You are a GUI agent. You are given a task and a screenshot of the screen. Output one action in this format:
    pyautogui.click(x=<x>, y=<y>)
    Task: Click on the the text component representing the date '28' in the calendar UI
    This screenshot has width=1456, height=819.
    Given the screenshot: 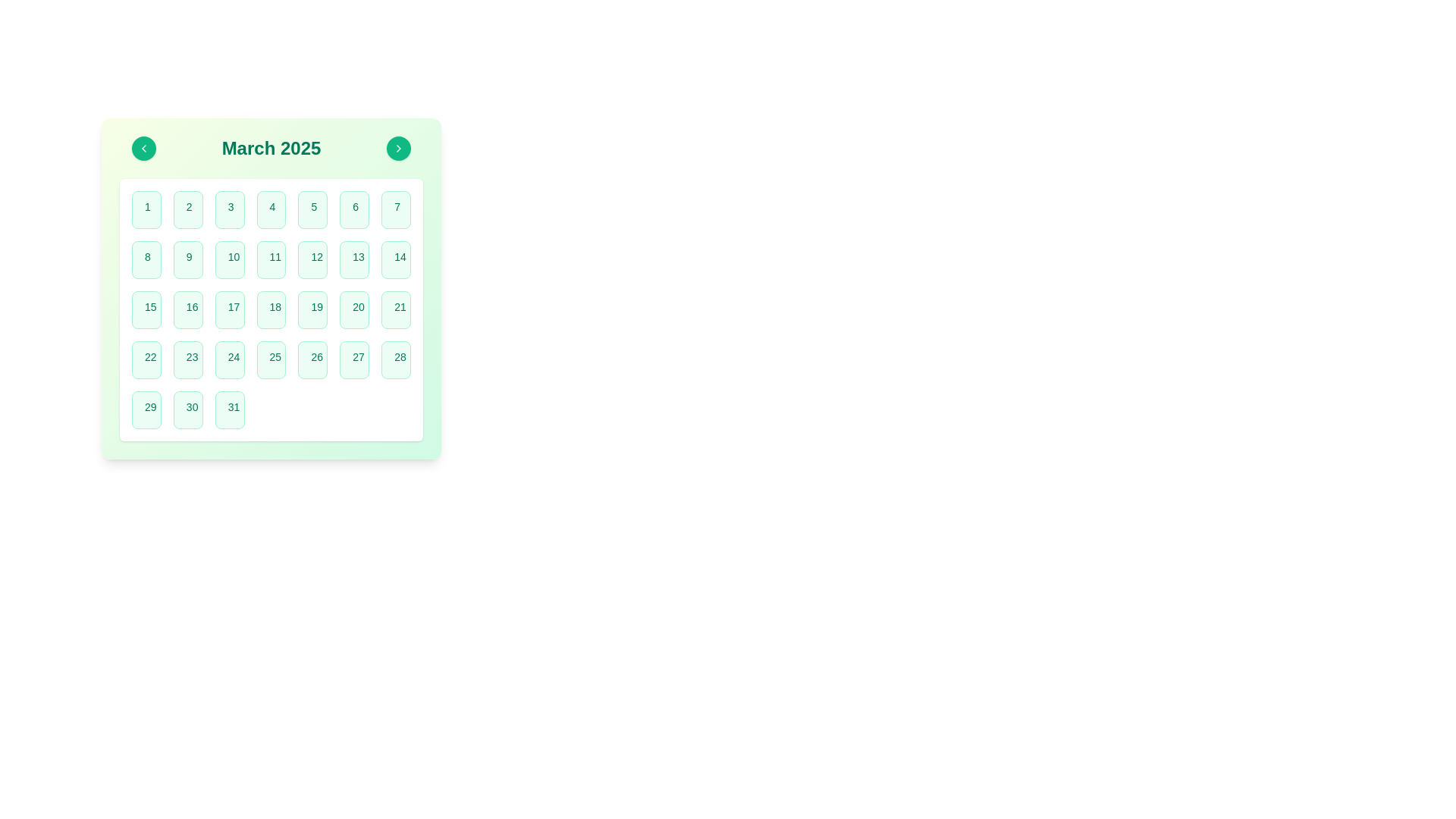 What is the action you would take?
    pyautogui.click(x=400, y=356)
    